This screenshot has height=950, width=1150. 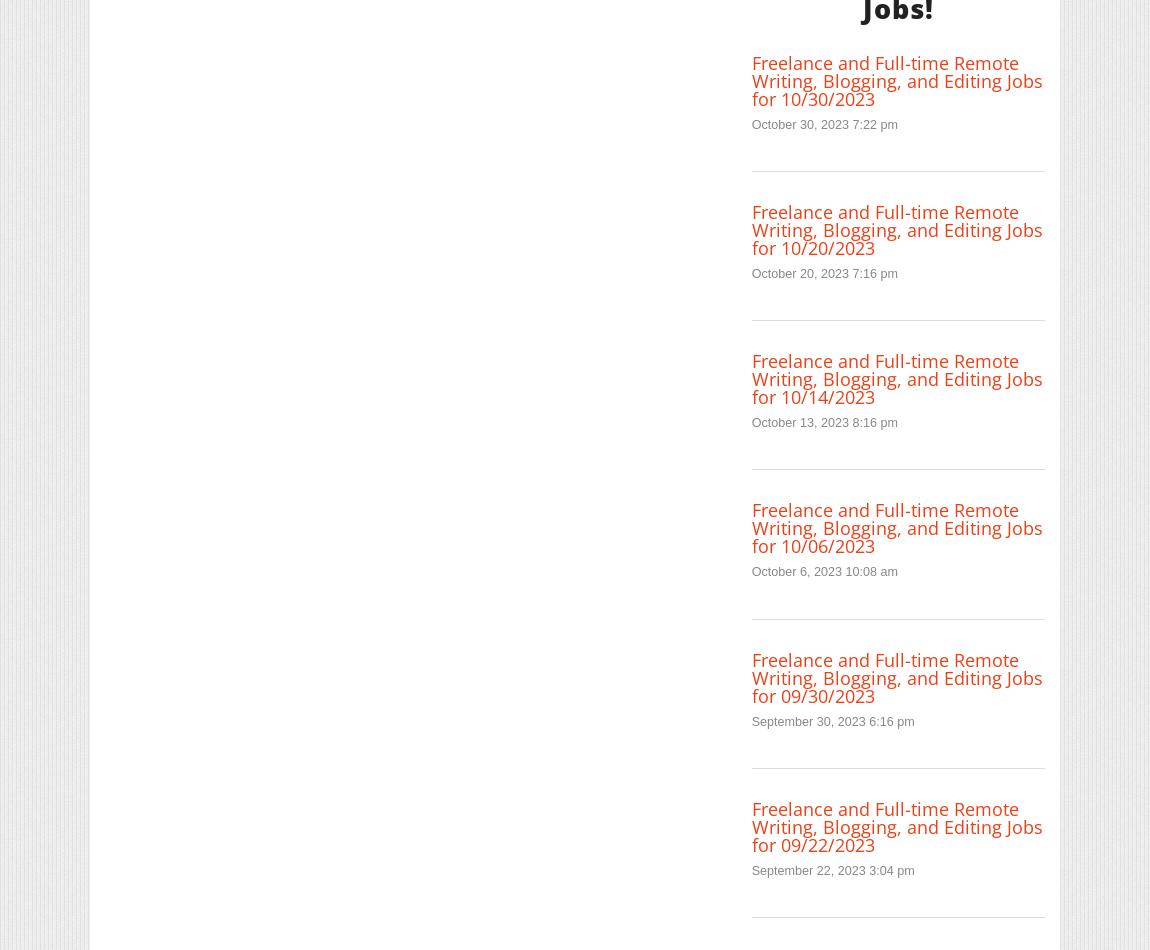 What do you see at coordinates (822, 123) in the screenshot?
I see `'October 30, 2023 7:22 pm'` at bounding box center [822, 123].